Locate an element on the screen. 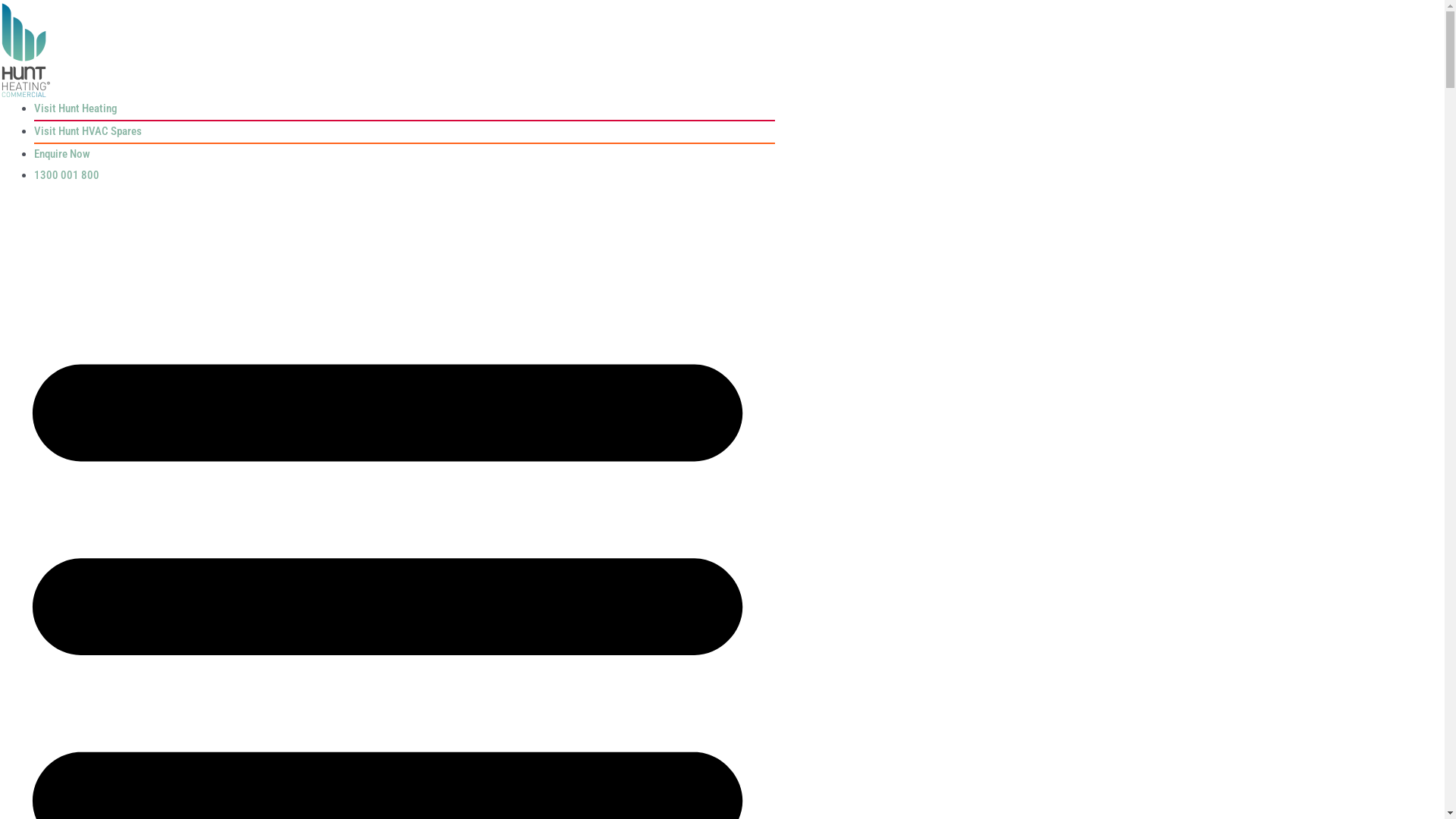  '1300 001 800' is located at coordinates (65, 174).